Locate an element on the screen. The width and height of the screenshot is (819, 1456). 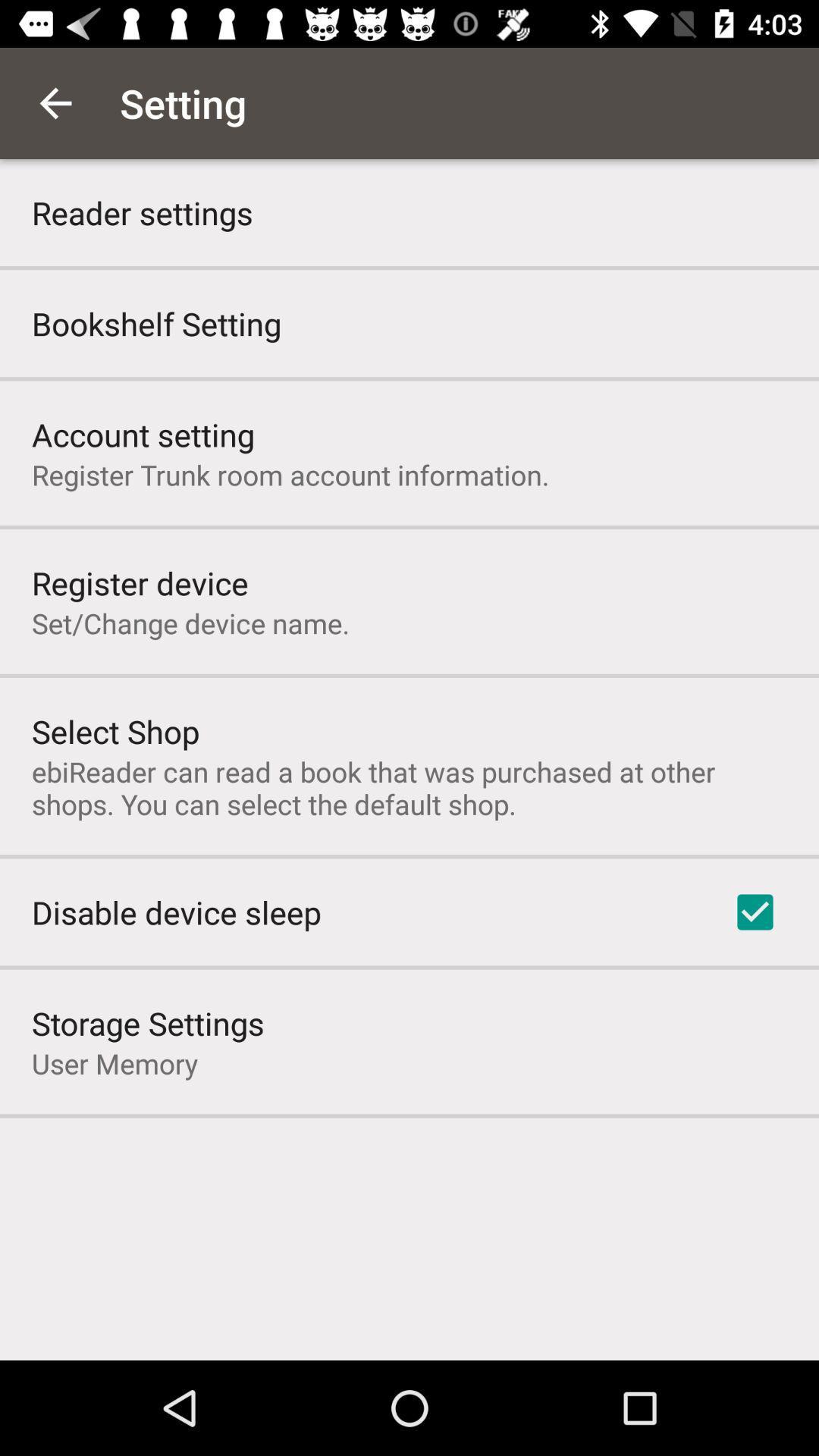
the item next to the disable device sleep is located at coordinates (755, 912).